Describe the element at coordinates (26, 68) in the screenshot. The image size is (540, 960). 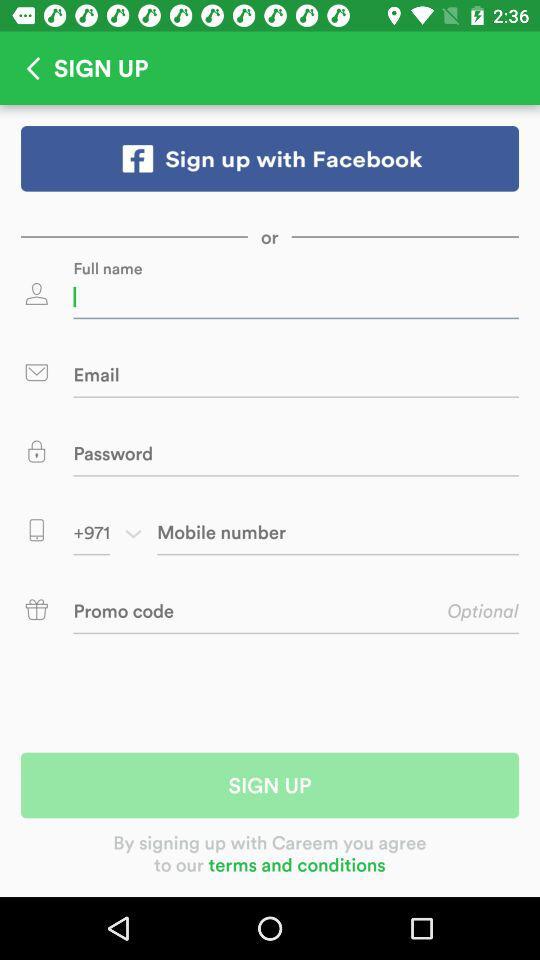
I see `go back` at that location.